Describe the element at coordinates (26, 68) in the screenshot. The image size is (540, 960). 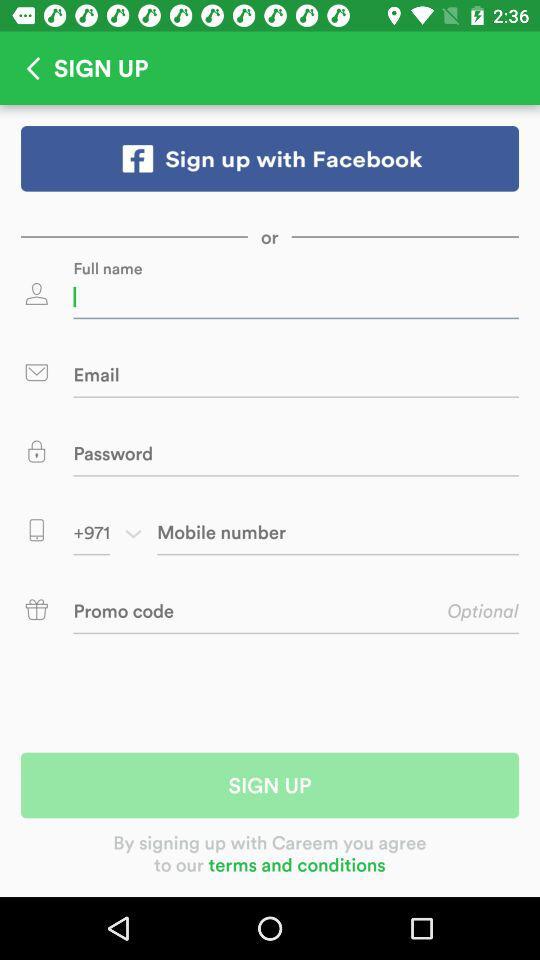
I see `go back` at that location.